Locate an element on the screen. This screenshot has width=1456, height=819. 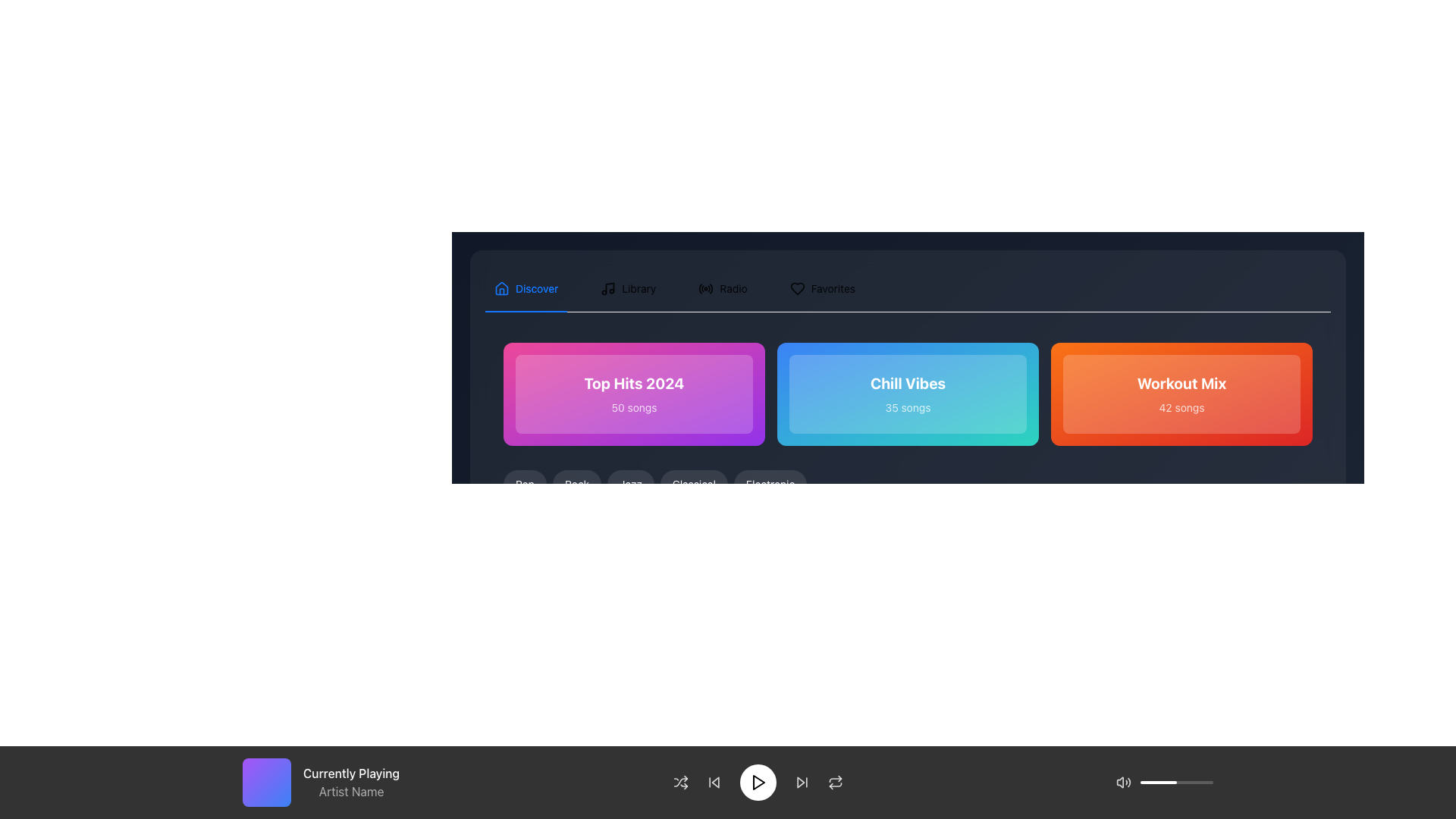
the 'previous track' button located in the playback control bar, which is the second element from the left, to skip to the previous track in the playback queue is located at coordinates (713, 783).